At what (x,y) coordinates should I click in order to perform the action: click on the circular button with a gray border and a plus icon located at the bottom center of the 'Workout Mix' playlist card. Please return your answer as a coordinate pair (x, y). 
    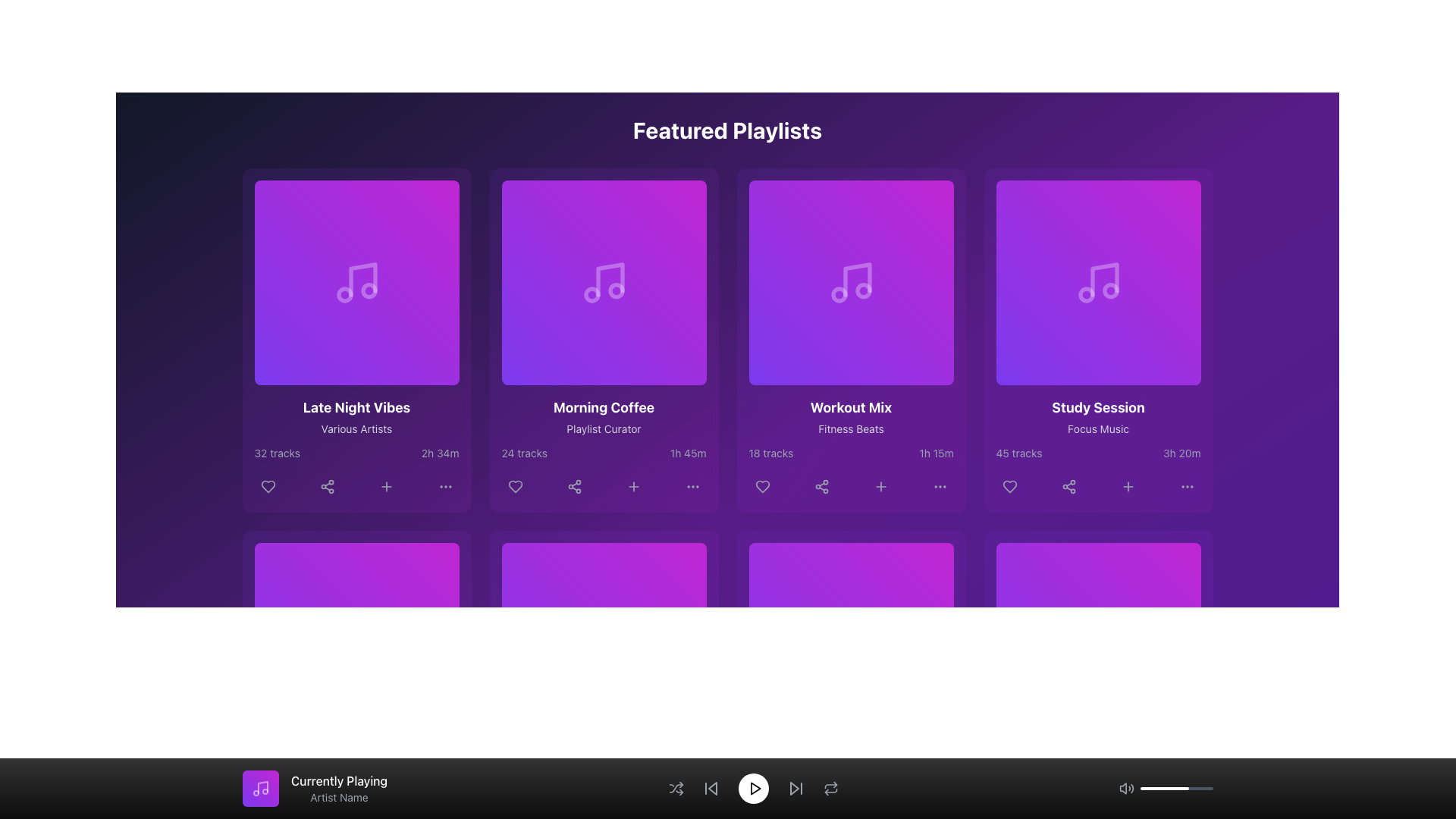
    Looking at the image, I should click on (880, 486).